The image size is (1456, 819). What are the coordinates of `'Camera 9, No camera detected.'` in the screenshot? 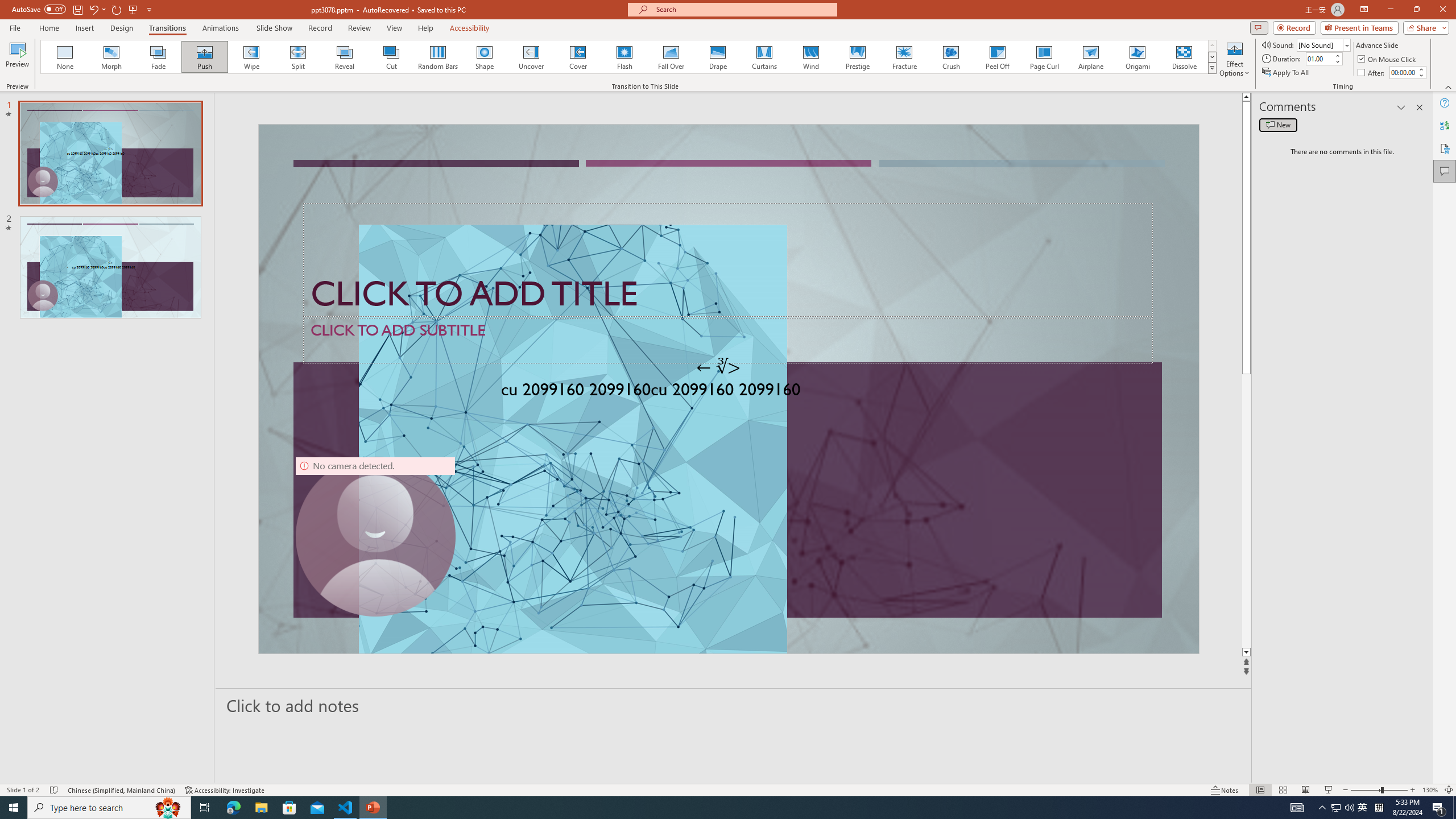 It's located at (375, 536).